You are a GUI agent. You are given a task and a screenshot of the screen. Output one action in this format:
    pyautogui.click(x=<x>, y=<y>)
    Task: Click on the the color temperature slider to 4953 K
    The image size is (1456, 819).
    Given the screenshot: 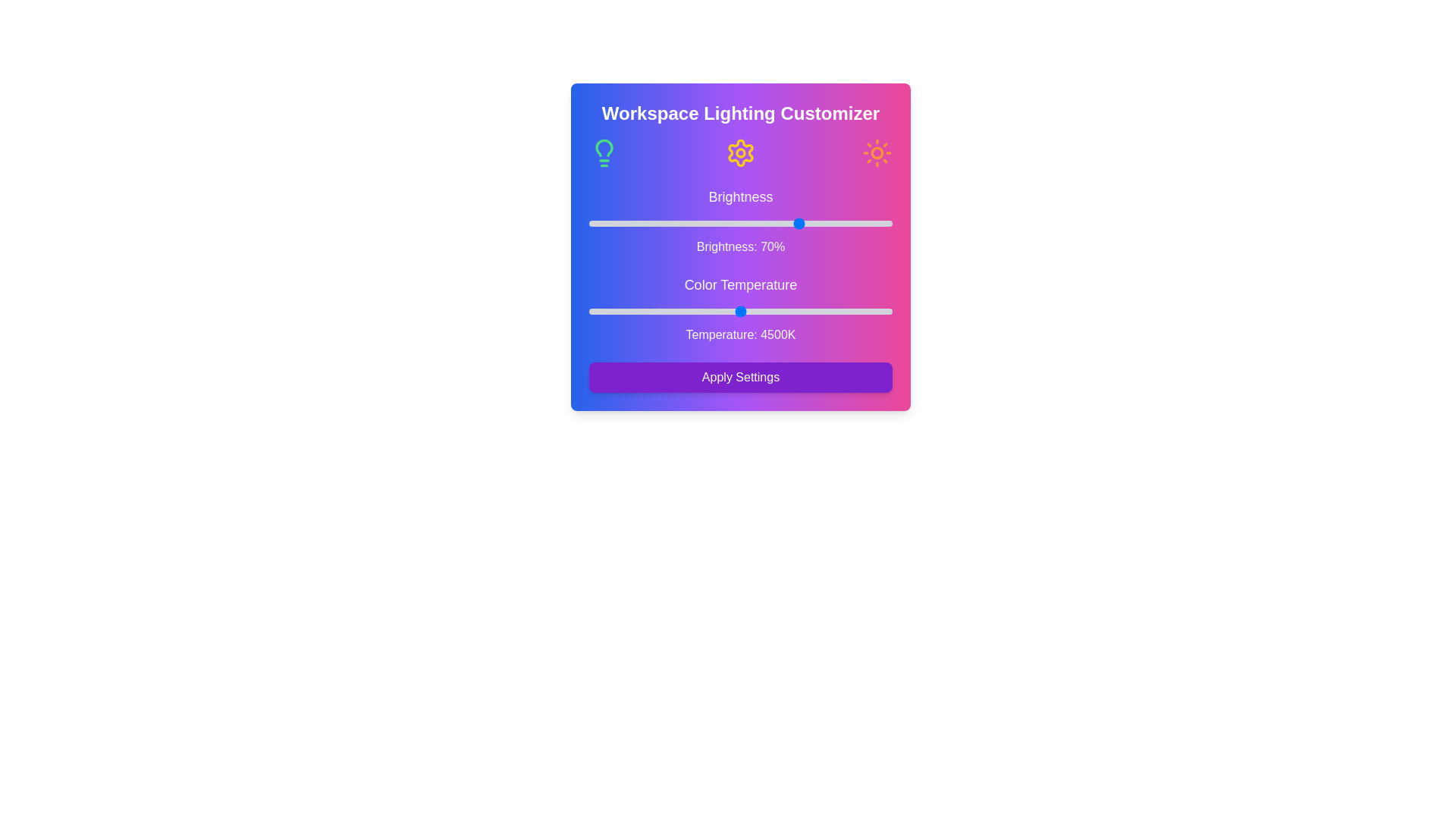 What is the action you would take?
    pyautogui.click(x=775, y=311)
    